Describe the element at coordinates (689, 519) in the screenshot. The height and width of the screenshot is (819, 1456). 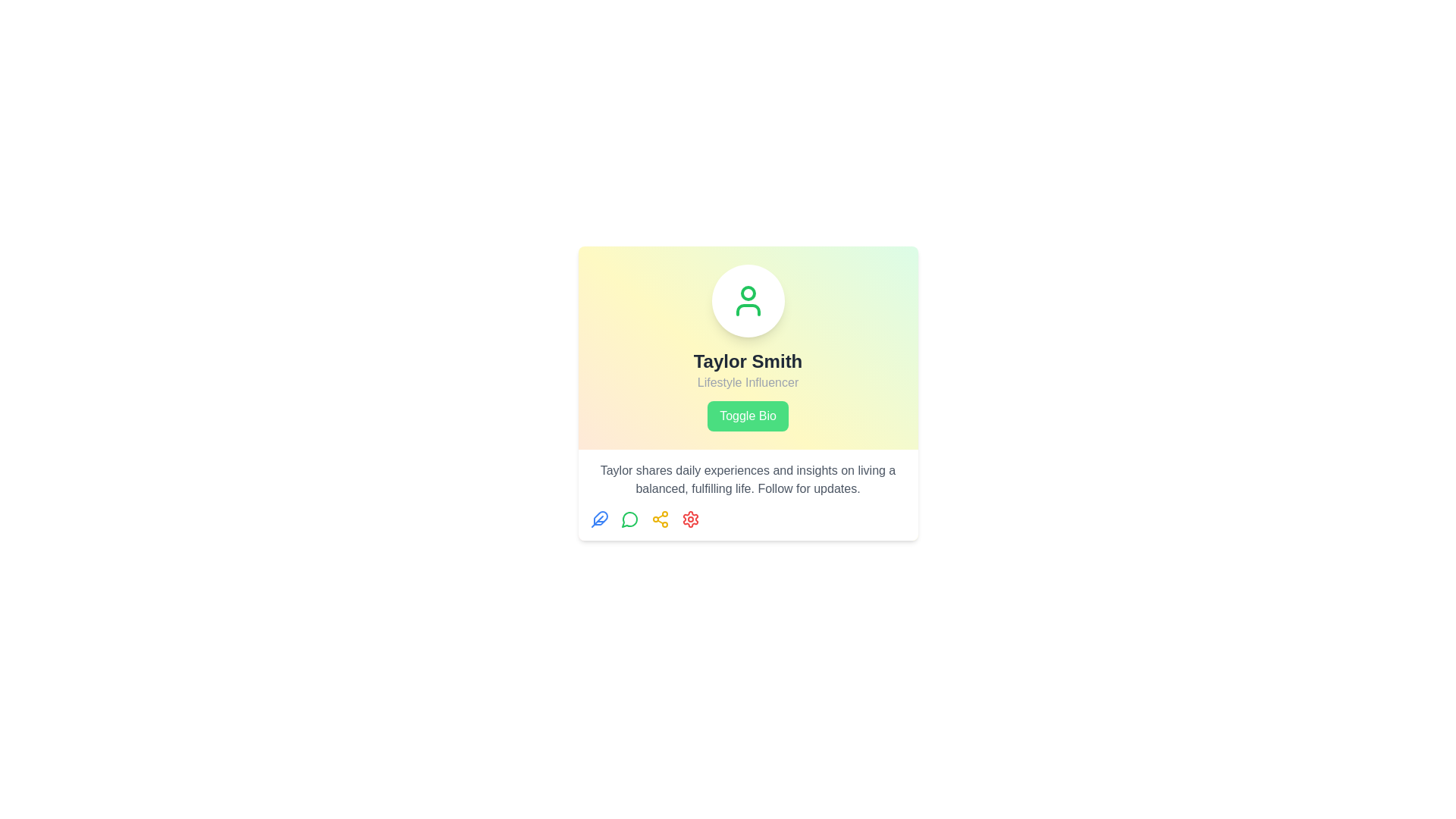
I see `the settings icon button, which is the fourth icon from the left` at that location.